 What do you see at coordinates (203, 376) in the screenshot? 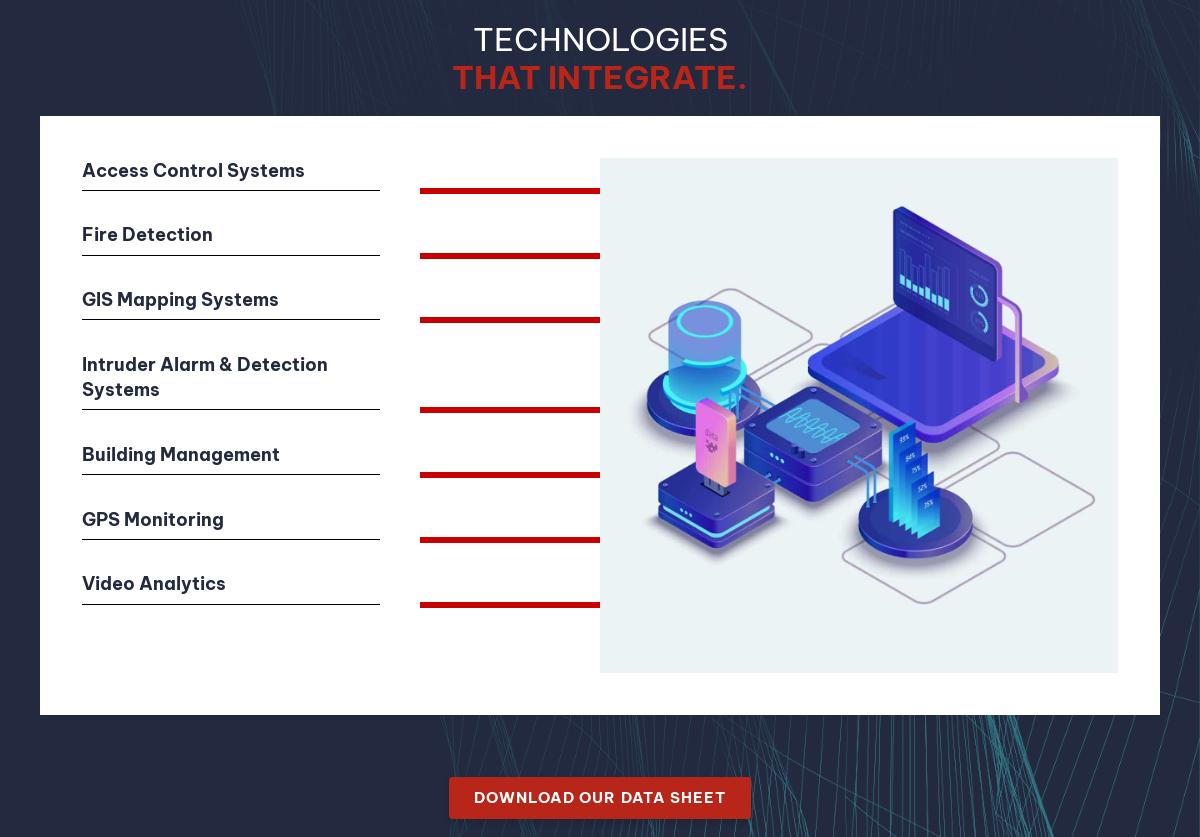
I see `'Intruder Alarm & Detection Systems'` at bounding box center [203, 376].